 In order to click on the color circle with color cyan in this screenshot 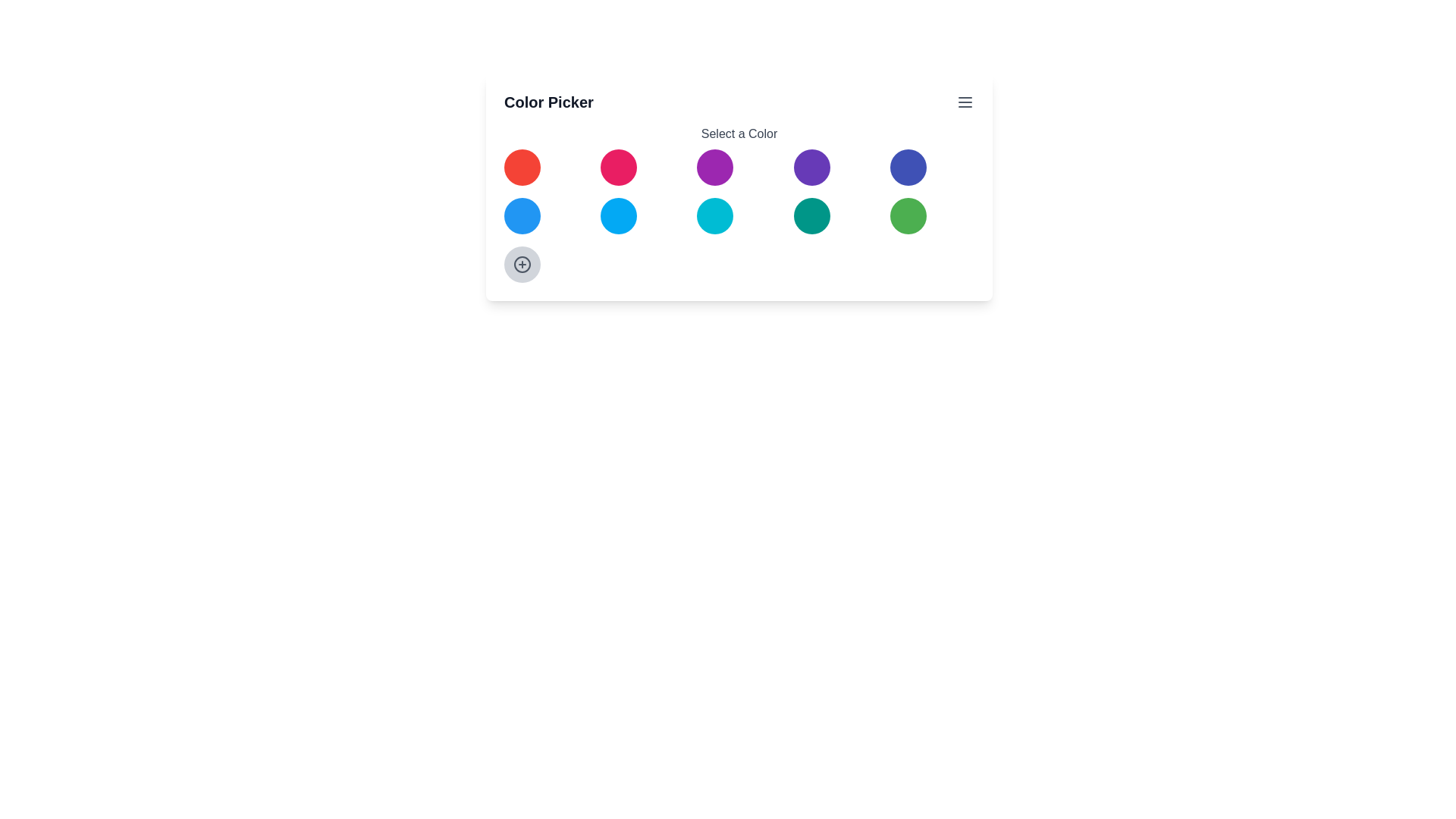, I will do `click(714, 216)`.